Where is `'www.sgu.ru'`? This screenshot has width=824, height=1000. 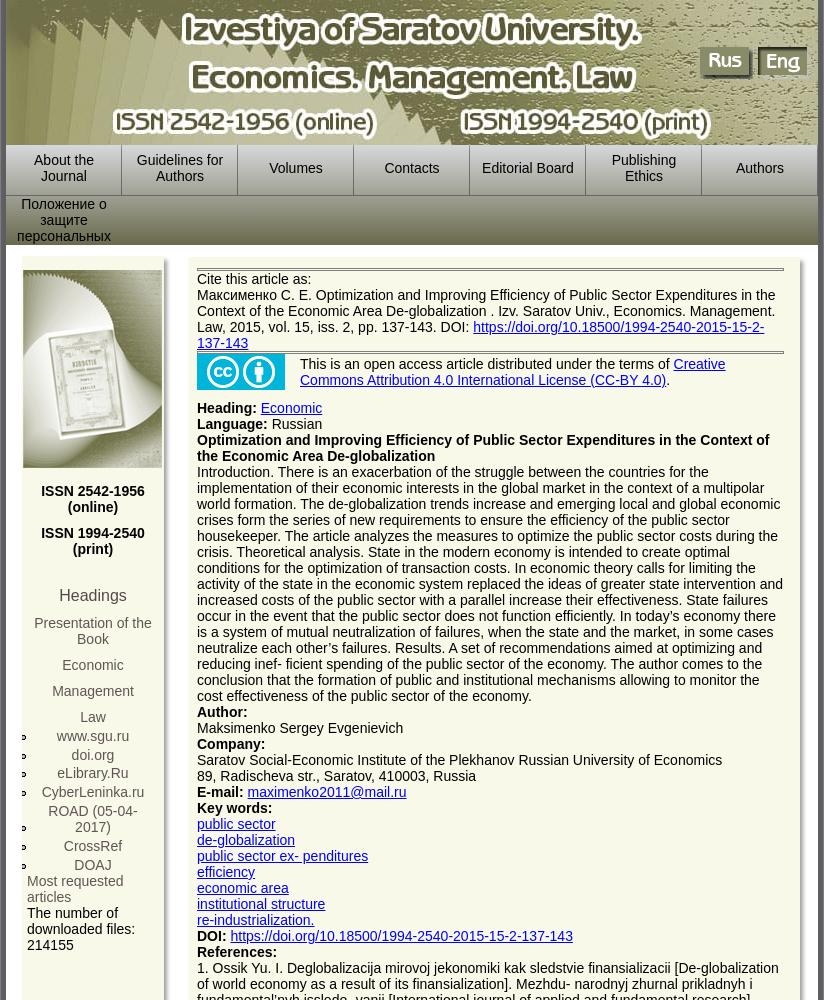
'www.sgu.ru' is located at coordinates (91, 734).